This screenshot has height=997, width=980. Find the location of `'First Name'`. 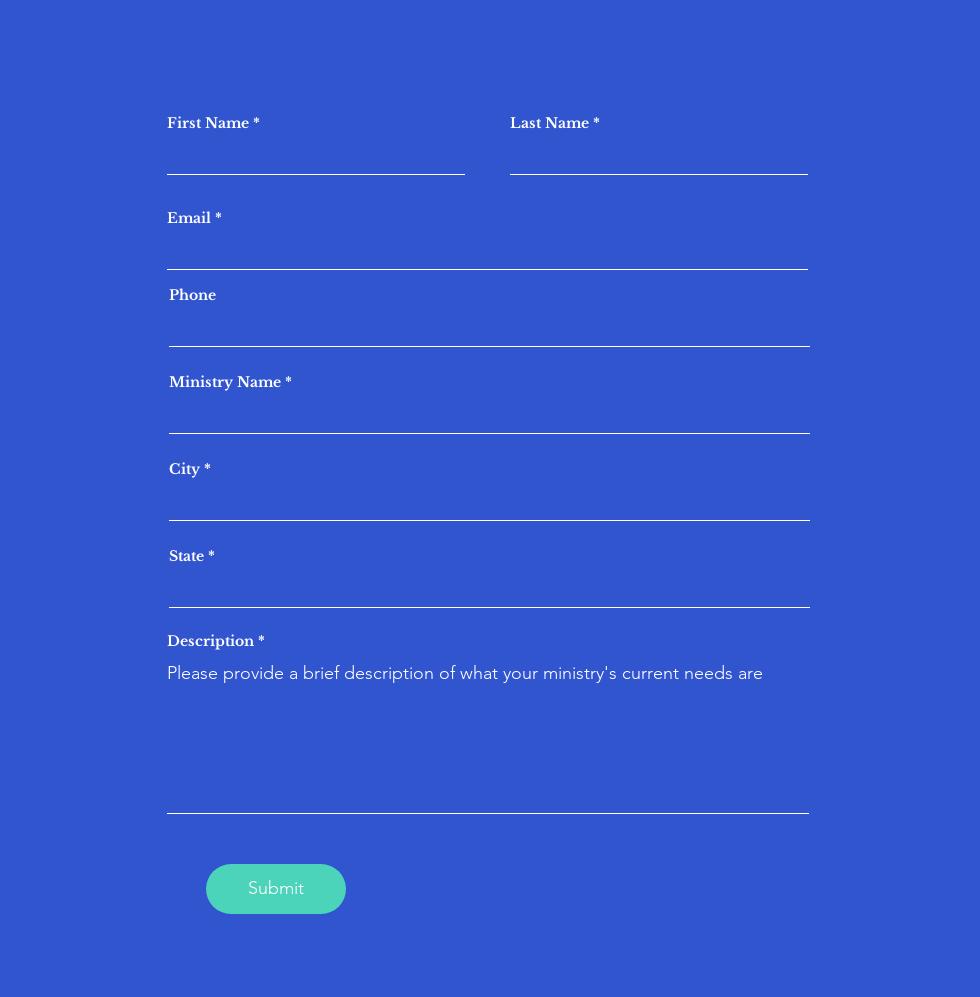

'First Name' is located at coordinates (207, 122).